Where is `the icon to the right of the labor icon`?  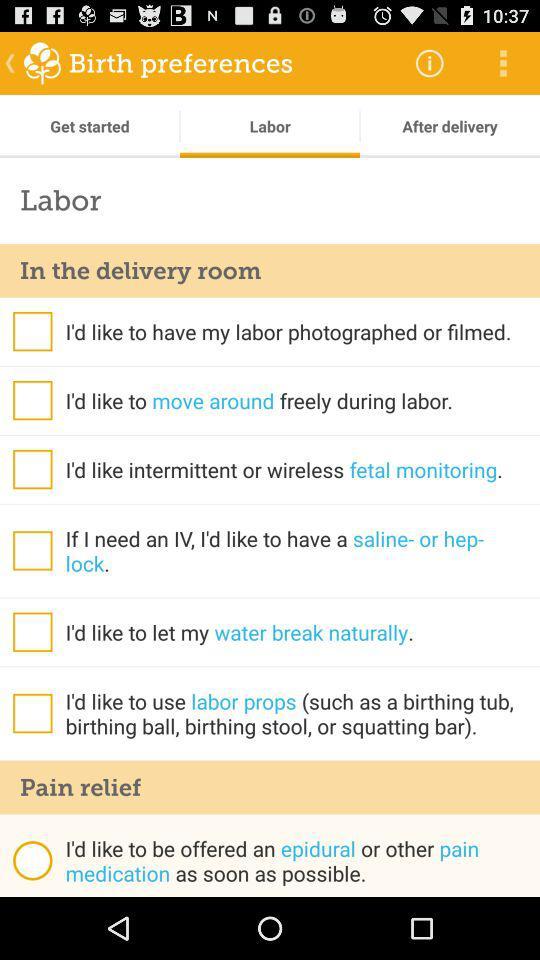 the icon to the right of the labor icon is located at coordinates (449, 125).